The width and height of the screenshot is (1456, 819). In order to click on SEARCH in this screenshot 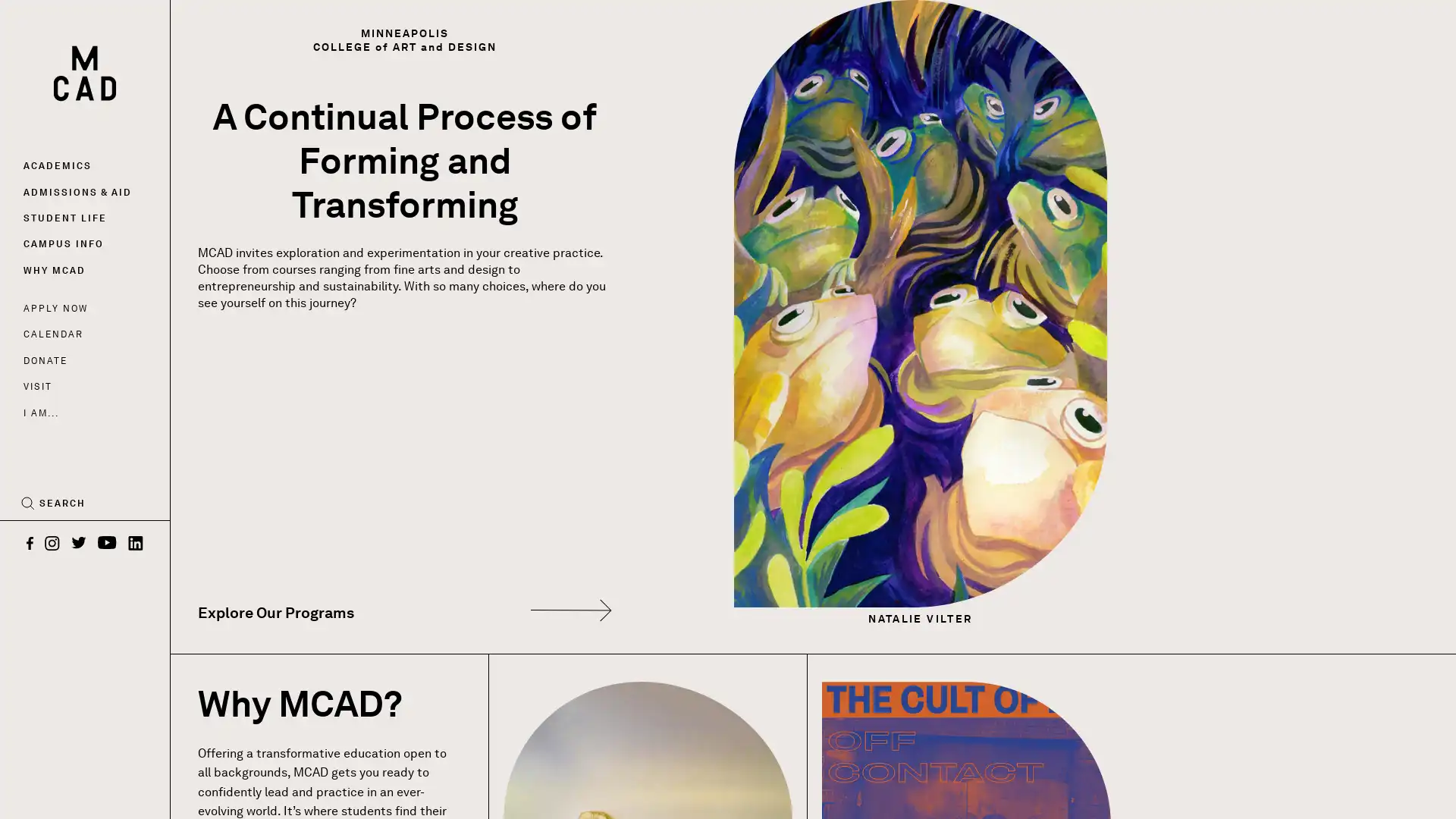, I will do `click(53, 503)`.